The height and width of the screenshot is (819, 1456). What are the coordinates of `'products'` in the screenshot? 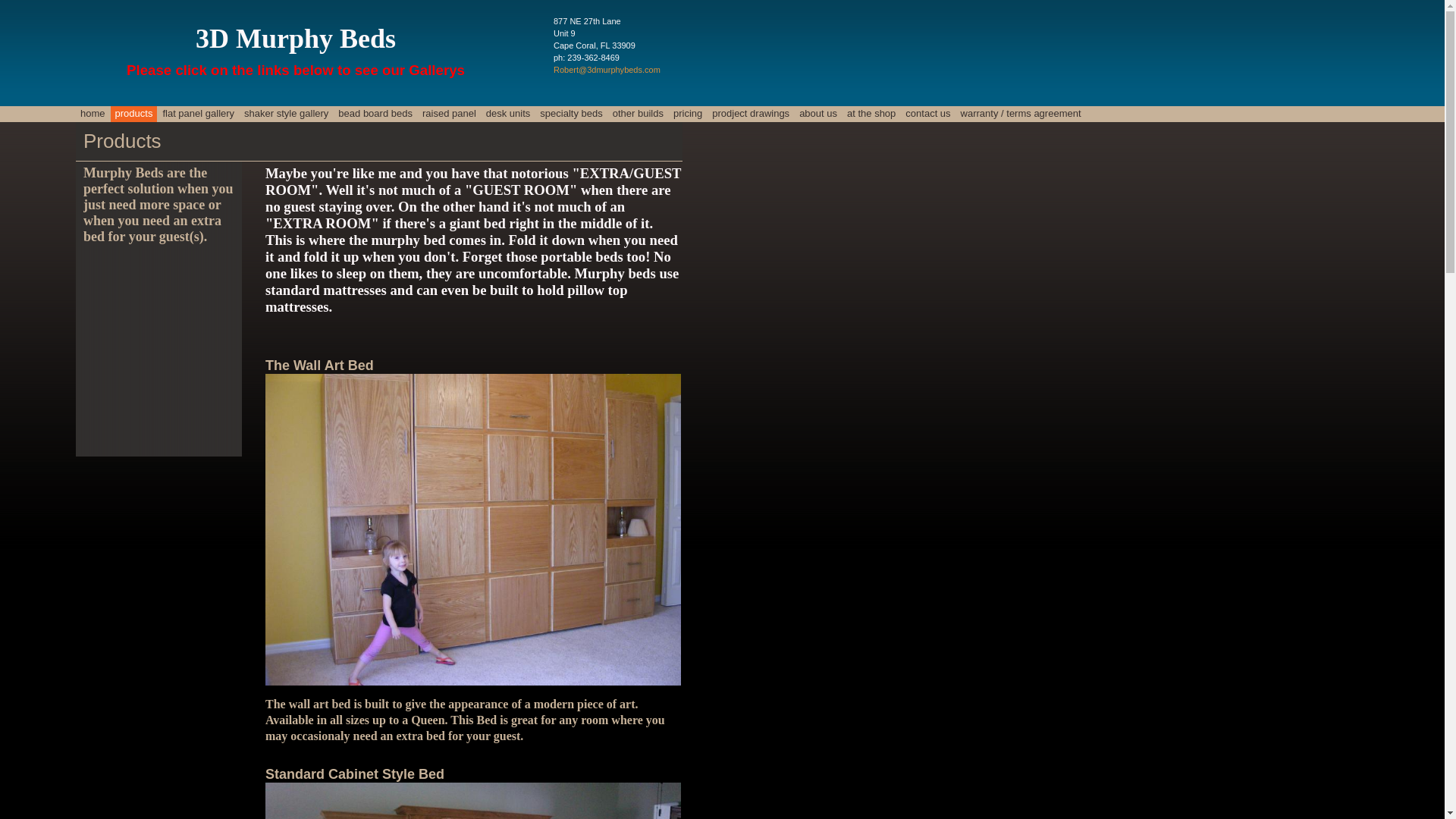 It's located at (134, 113).